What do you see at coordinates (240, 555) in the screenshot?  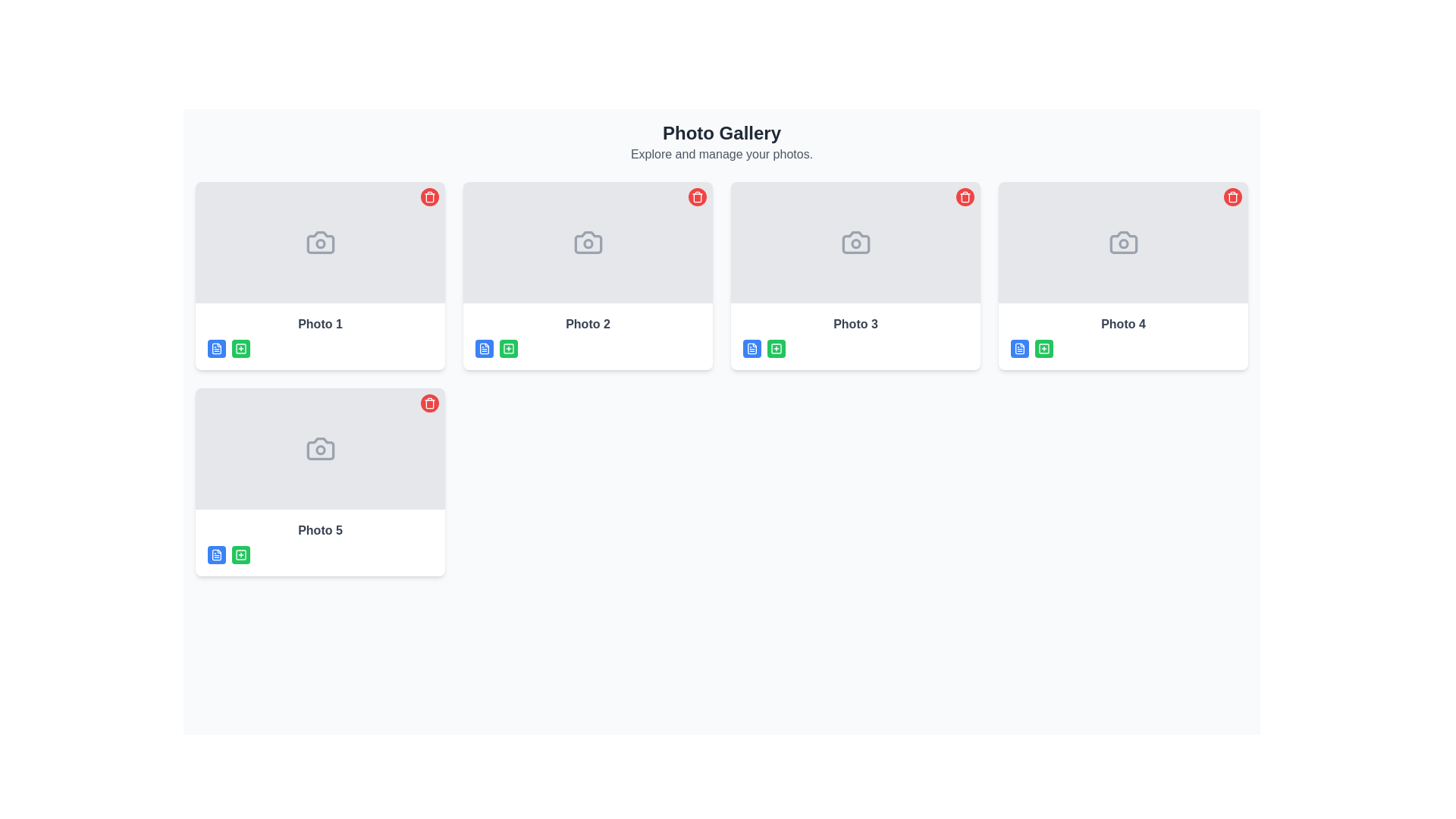 I see `the green icon button with a square and plus symbol located below the 'Photo 5' label` at bounding box center [240, 555].